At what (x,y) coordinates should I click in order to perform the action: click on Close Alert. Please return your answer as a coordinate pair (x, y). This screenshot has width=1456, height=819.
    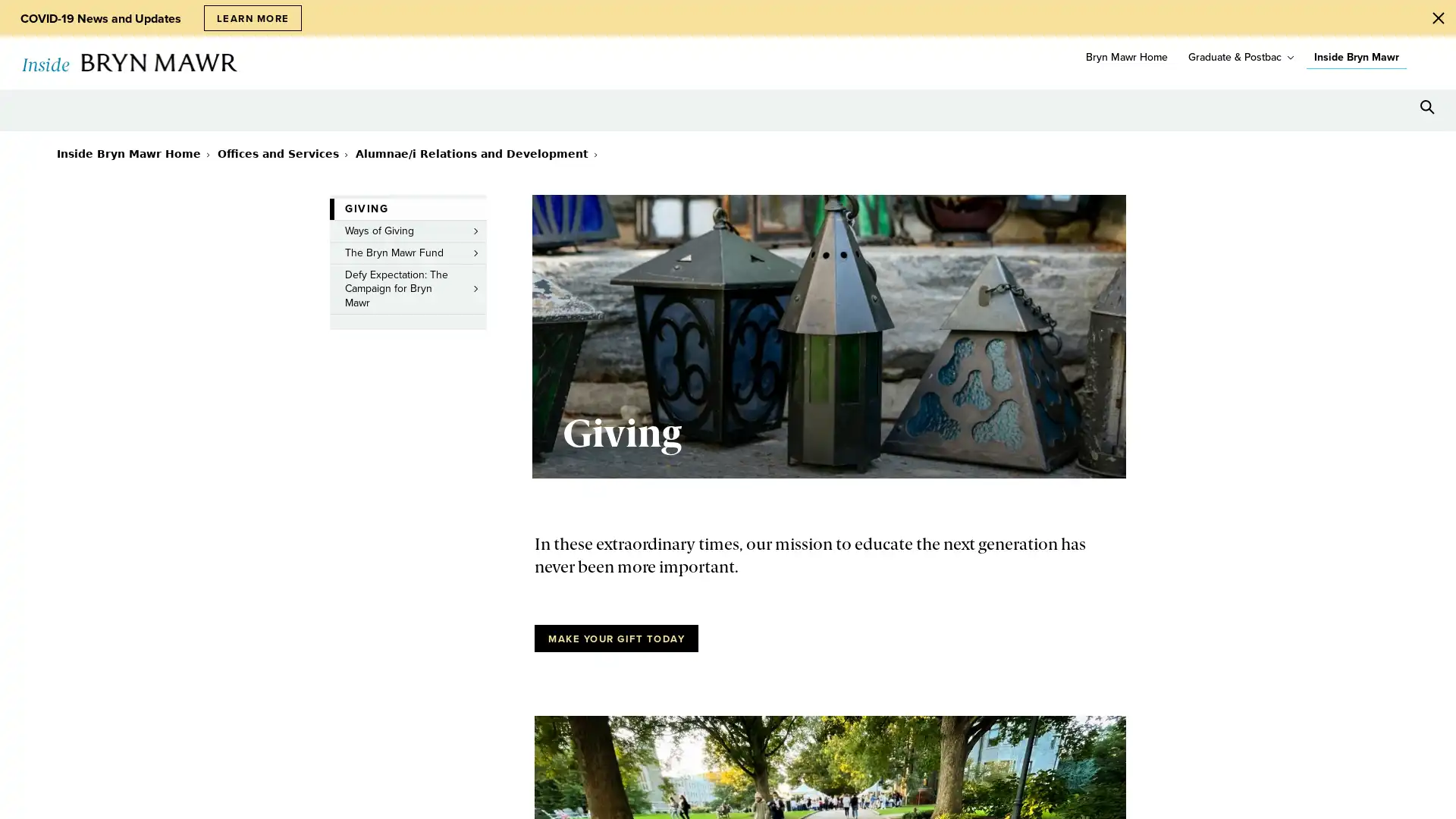
    Looking at the image, I should click on (1432, 17).